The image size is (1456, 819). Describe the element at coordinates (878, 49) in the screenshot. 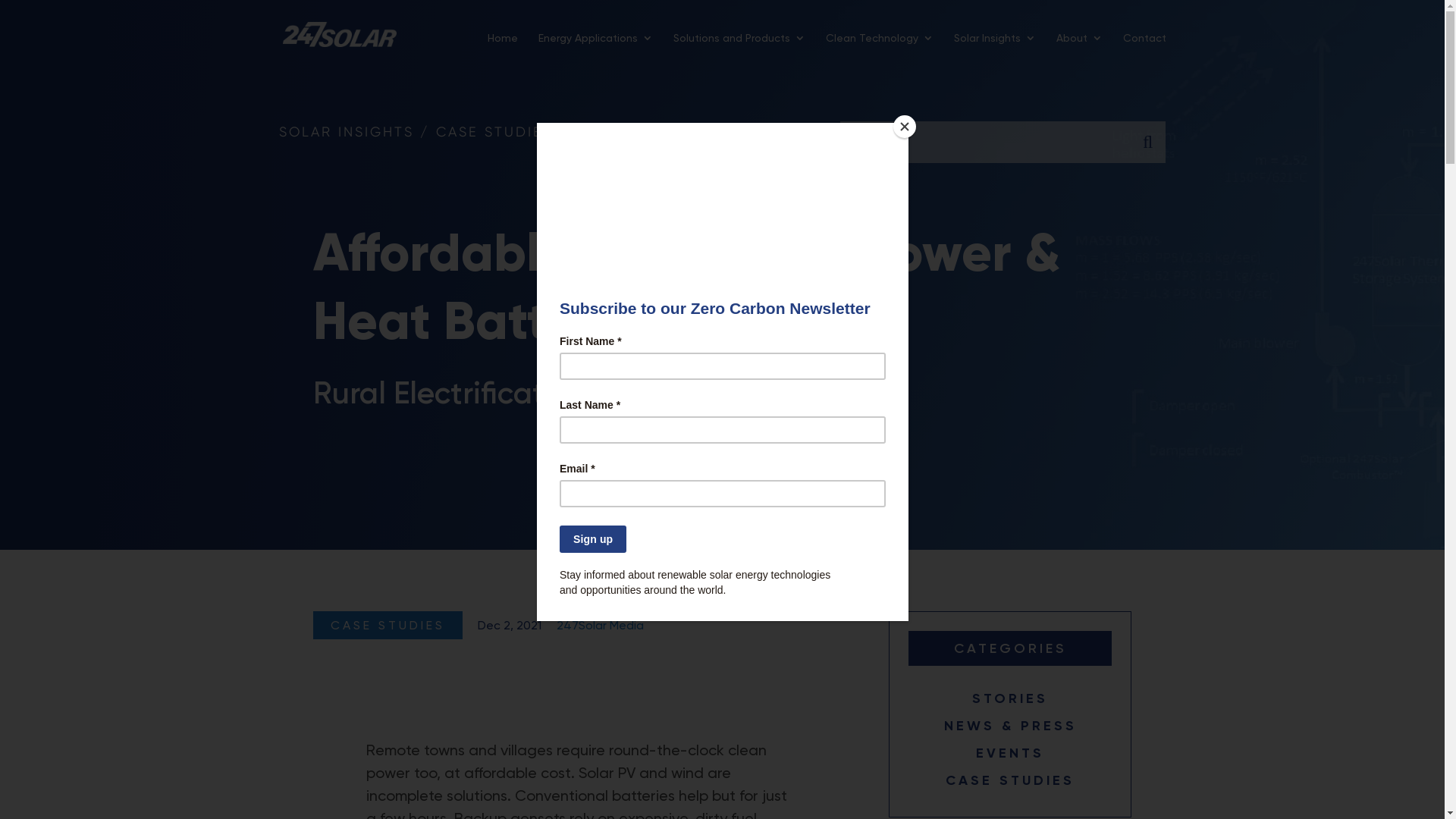

I see `'Clean Technology'` at that location.